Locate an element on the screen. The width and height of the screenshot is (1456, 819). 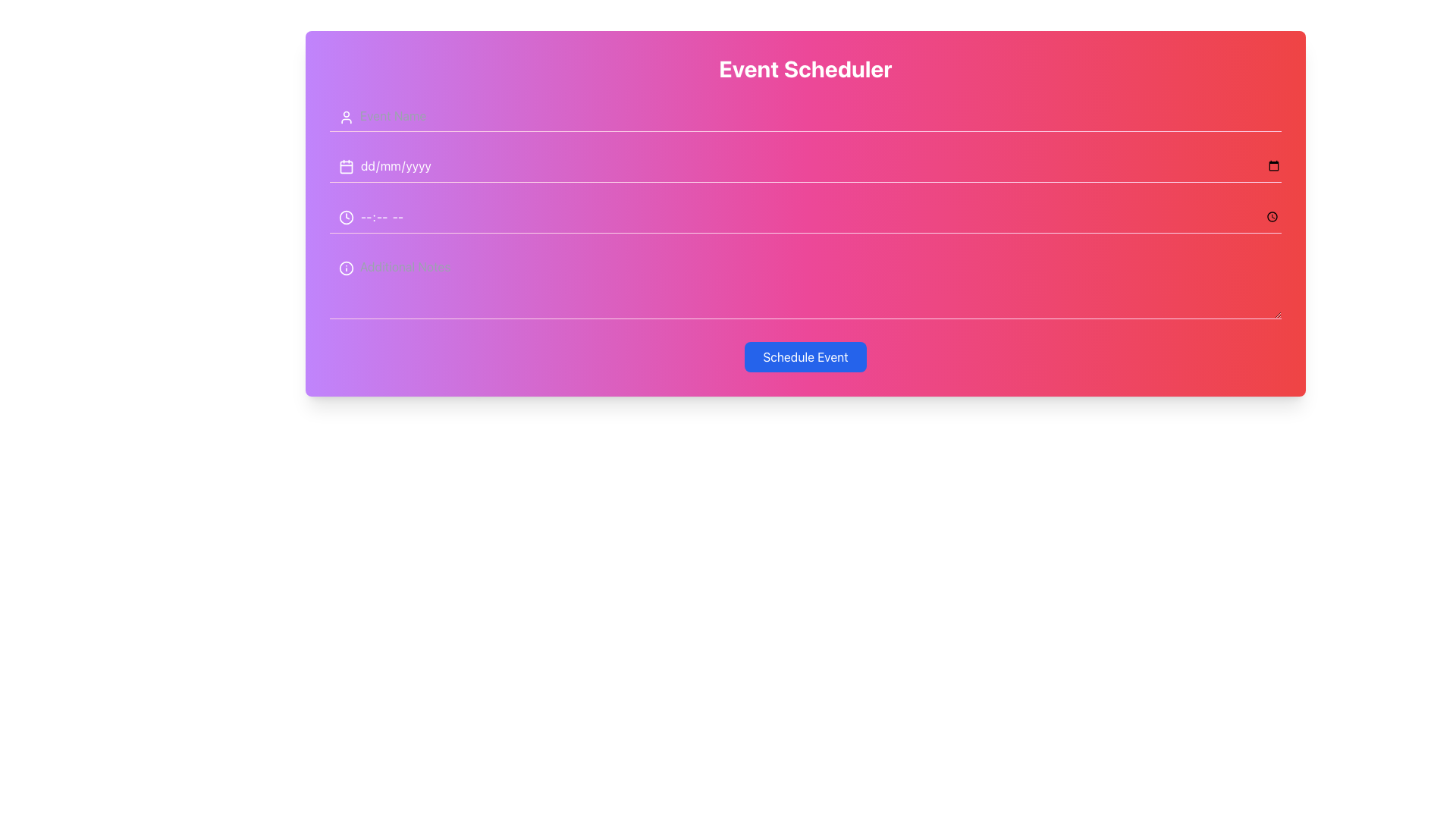
the small circle information icon with a white stroke, located to the left of the 'Additional Notes' text field is located at coordinates (345, 268).